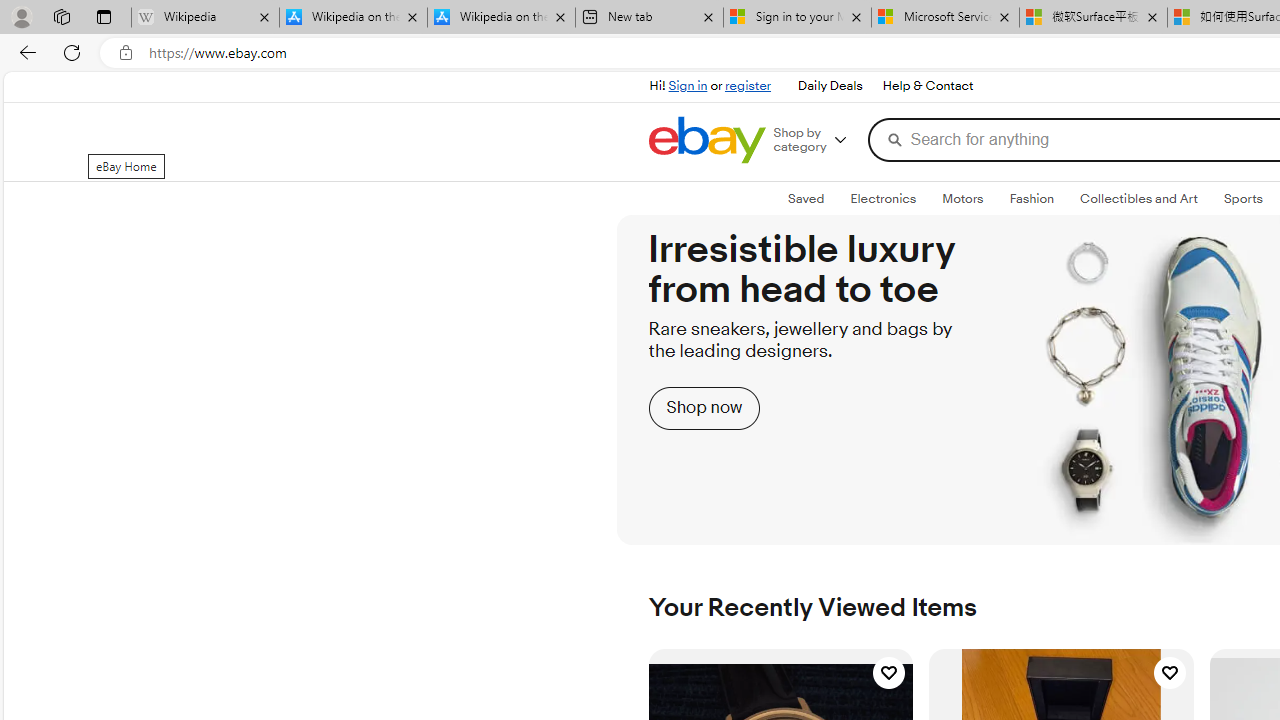 Image resolution: width=1280 pixels, height=720 pixels. I want to click on 'FashionExpand: Fashion', so click(1031, 199).